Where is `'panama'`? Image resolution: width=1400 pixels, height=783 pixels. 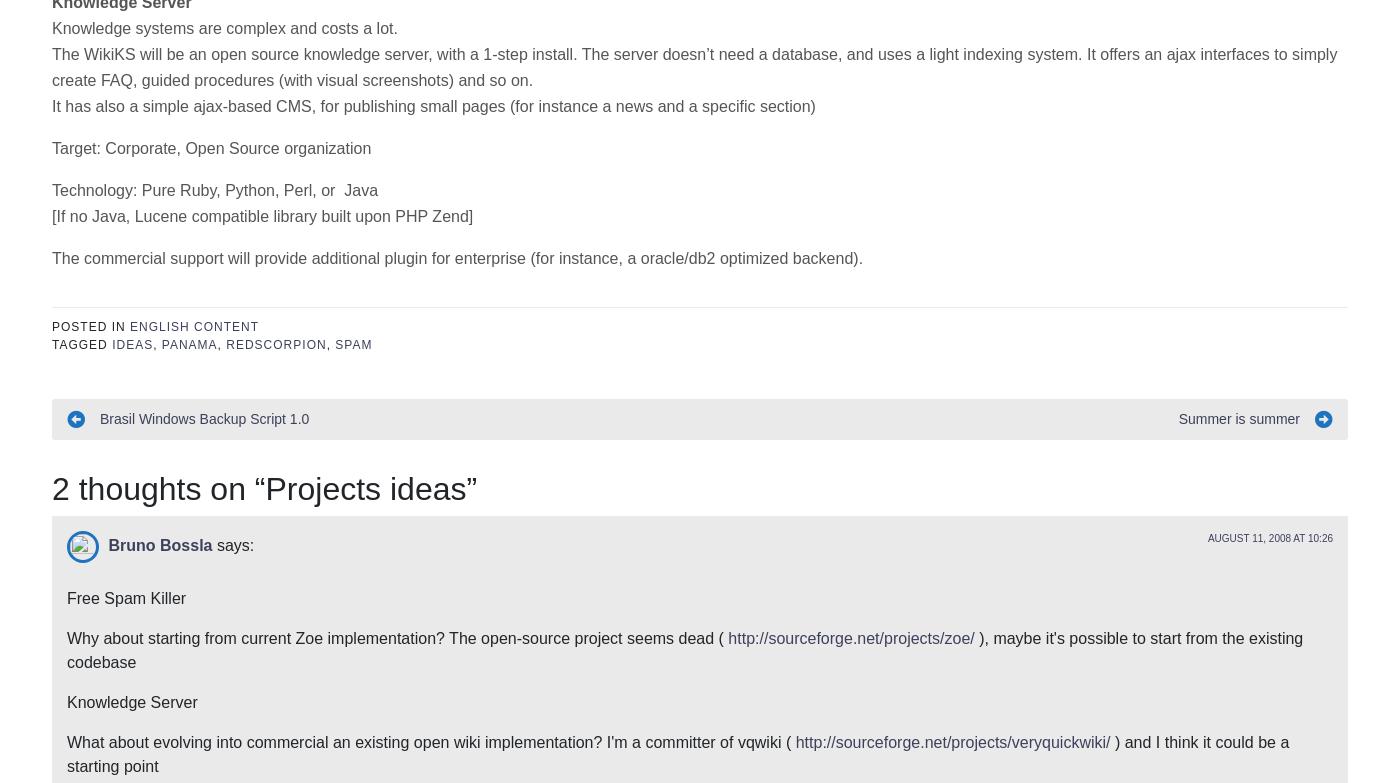 'panama' is located at coordinates (189, 45).